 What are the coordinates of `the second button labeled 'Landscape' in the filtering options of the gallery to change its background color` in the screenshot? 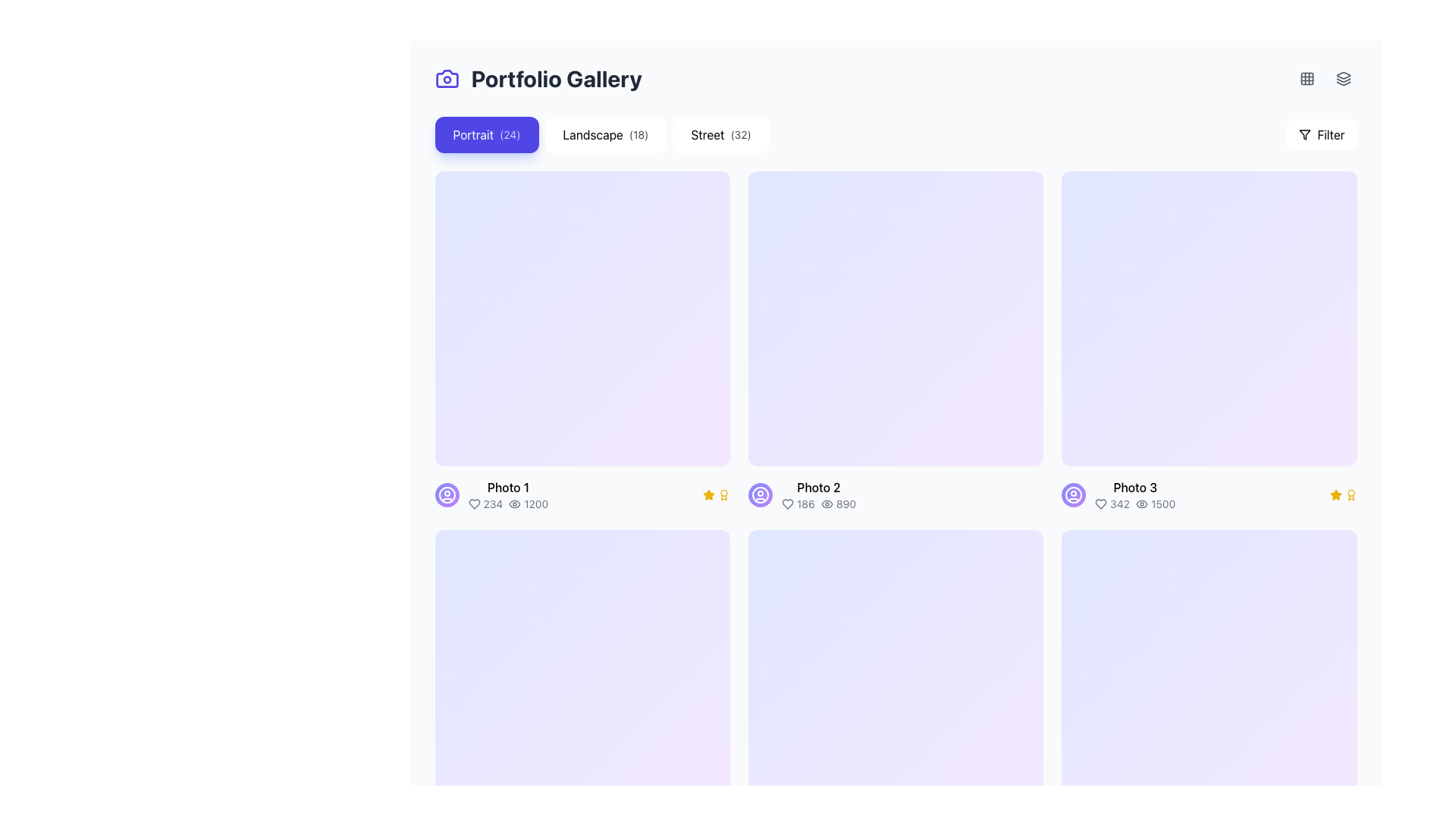 It's located at (604, 133).